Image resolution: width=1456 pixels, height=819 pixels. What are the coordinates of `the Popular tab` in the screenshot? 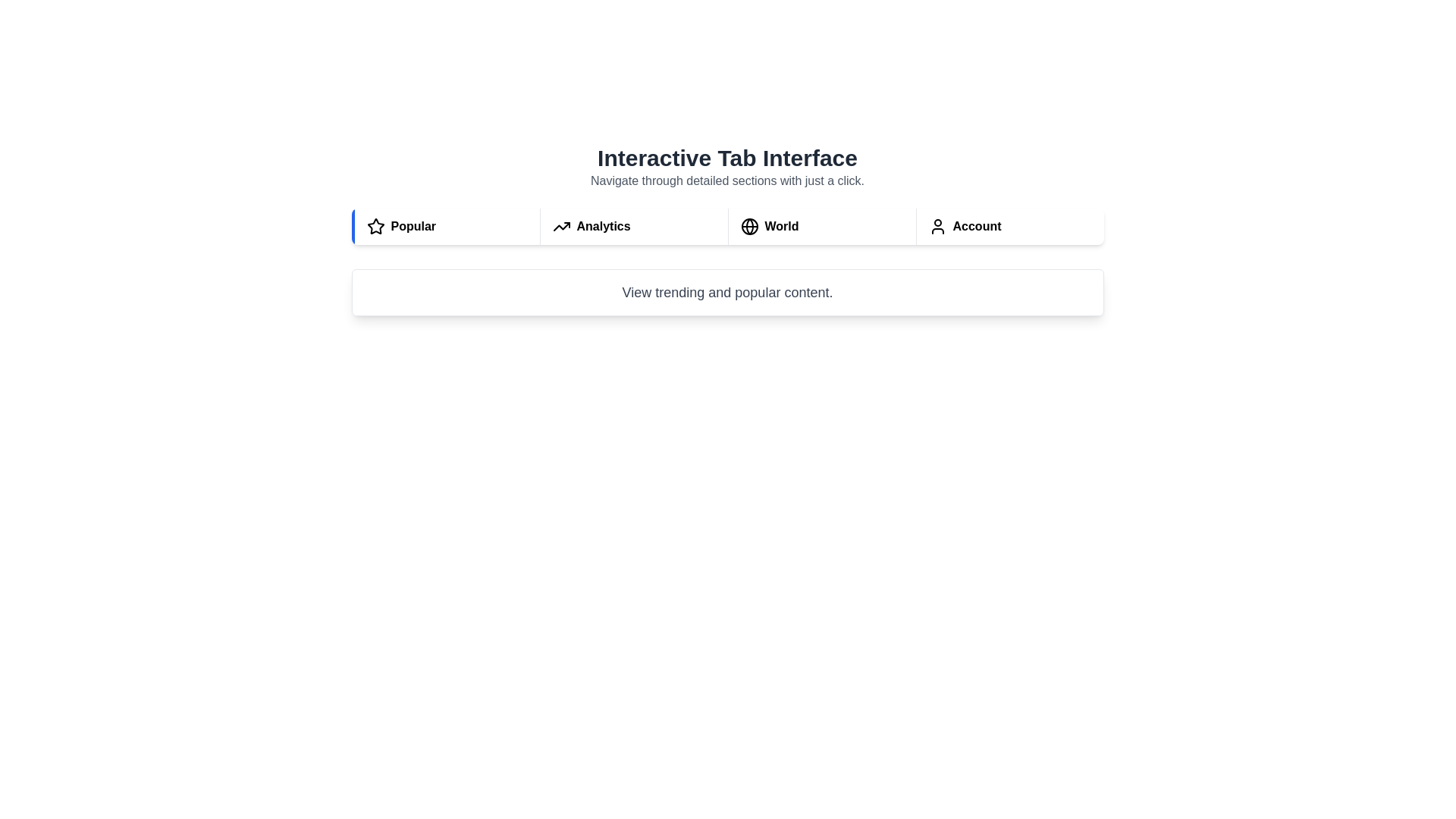 It's located at (444, 227).